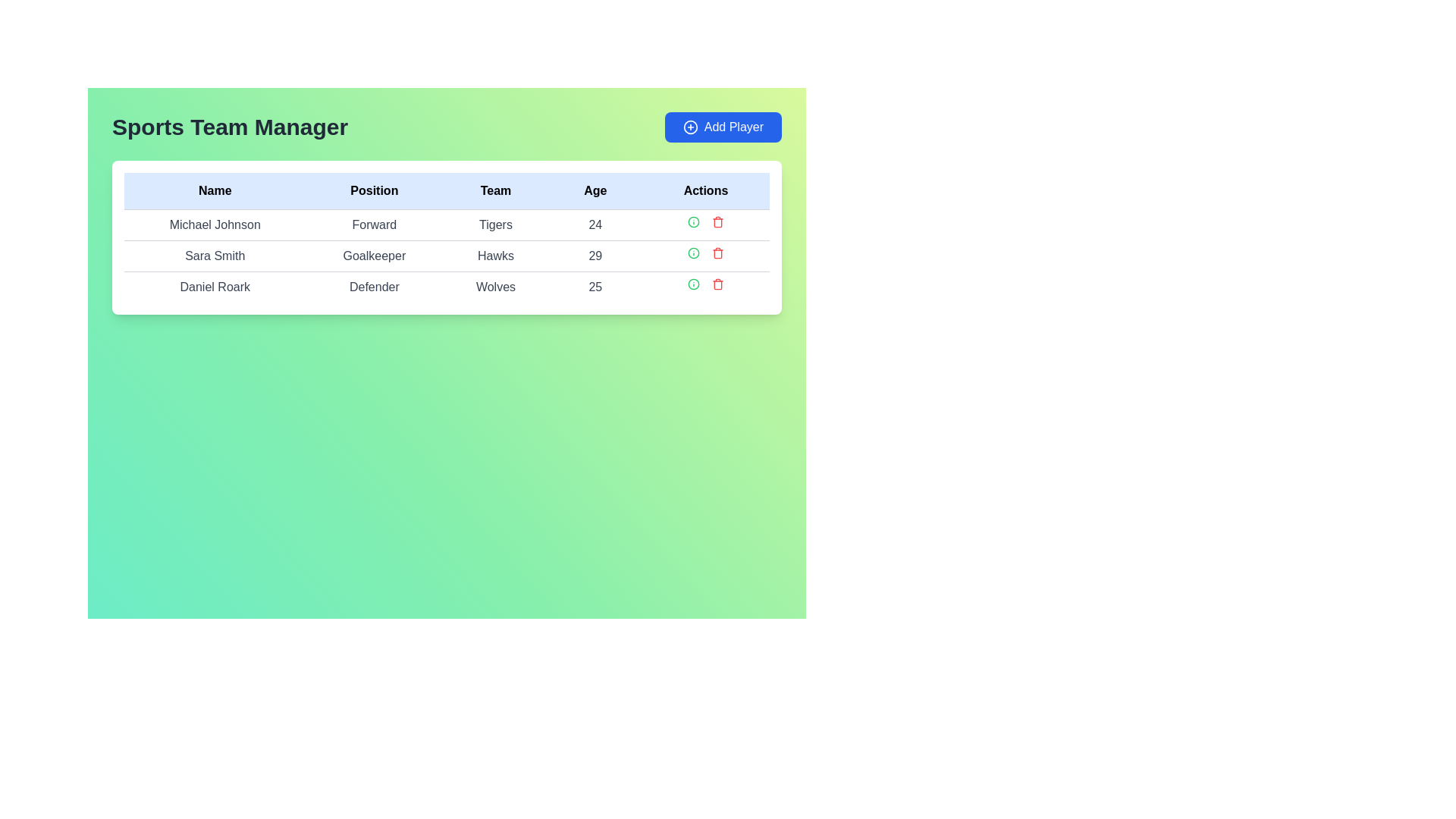 The image size is (1456, 819). Describe the element at coordinates (692, 222) in the screenshot. I see `the outer circle of the 'info' icon located in the second row of the table associated with 'Sara Smith' in the 'Actions' column` at that location.